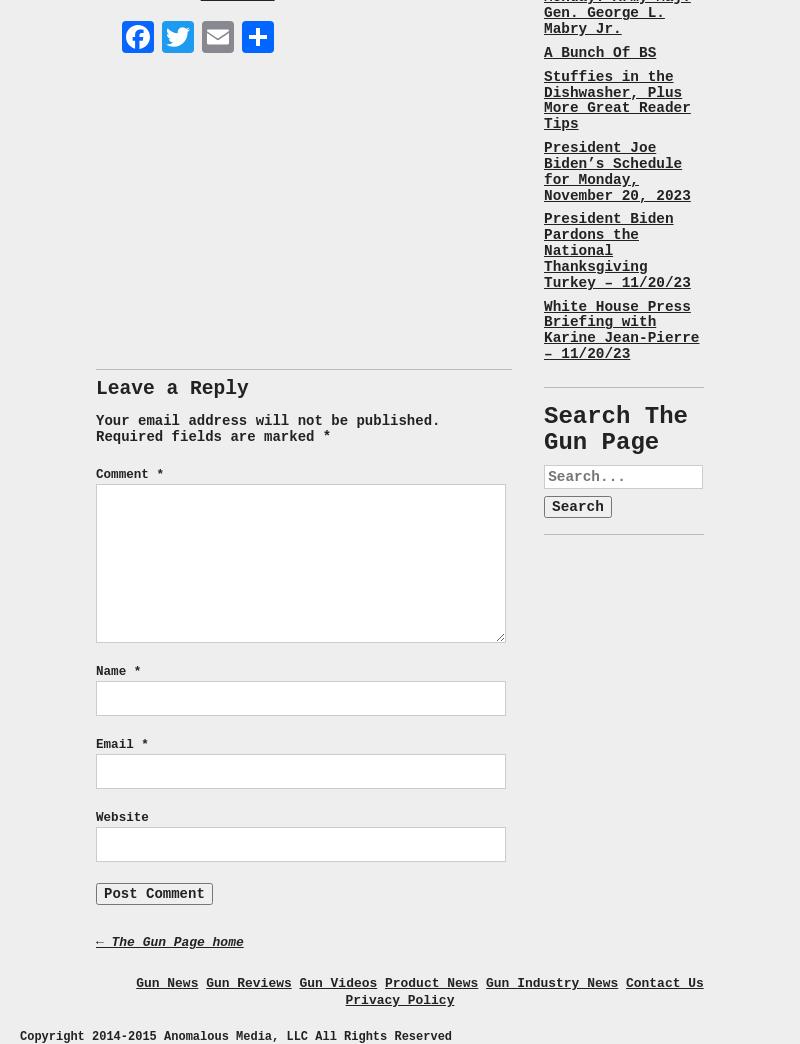  I want to click on 'Stuffies in the Dishwasher, Plus More Great Reader Tips', so click(616, 100).